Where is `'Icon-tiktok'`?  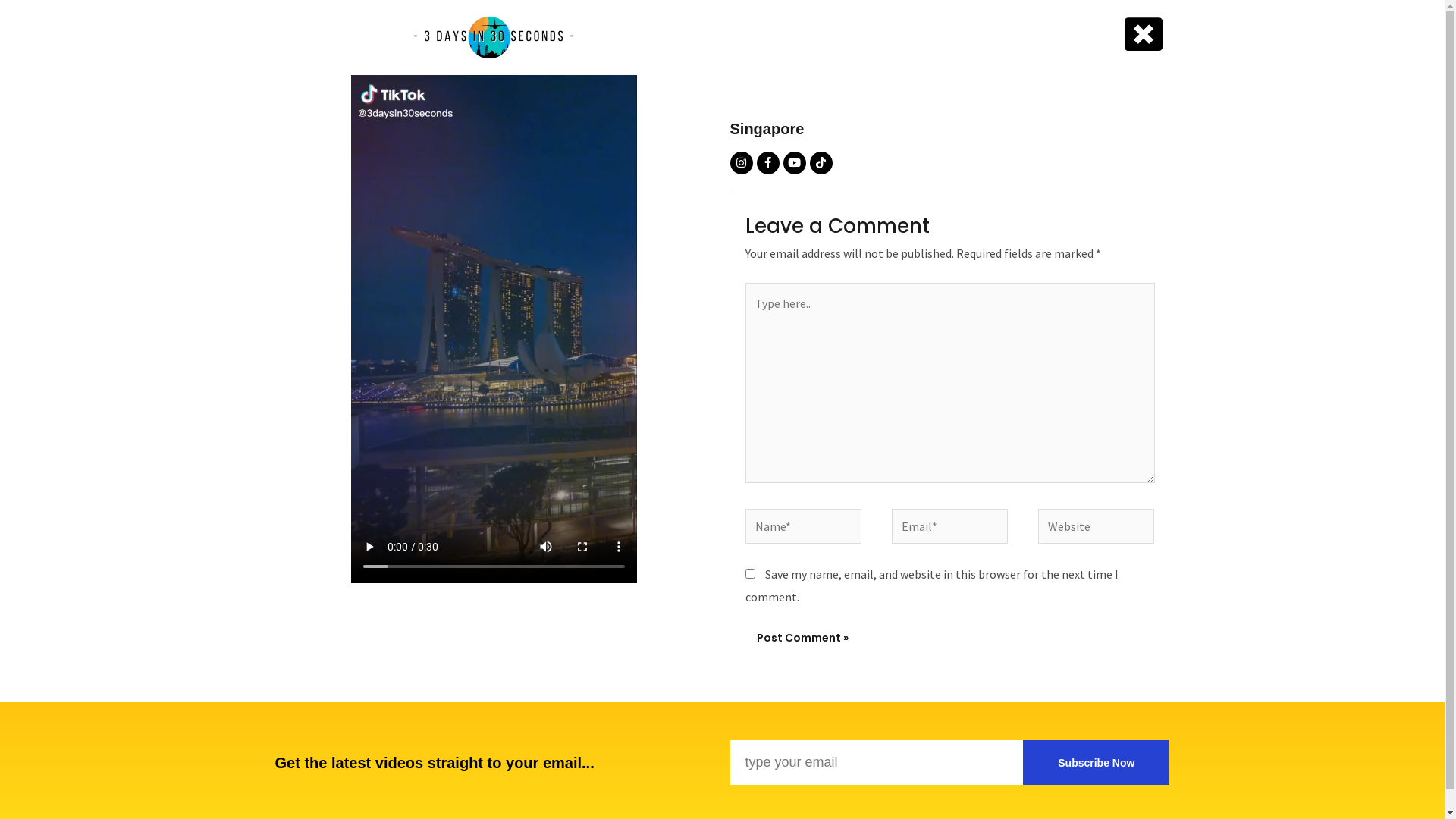
'Icon-tiktok' is located at coordinates (821, 163).